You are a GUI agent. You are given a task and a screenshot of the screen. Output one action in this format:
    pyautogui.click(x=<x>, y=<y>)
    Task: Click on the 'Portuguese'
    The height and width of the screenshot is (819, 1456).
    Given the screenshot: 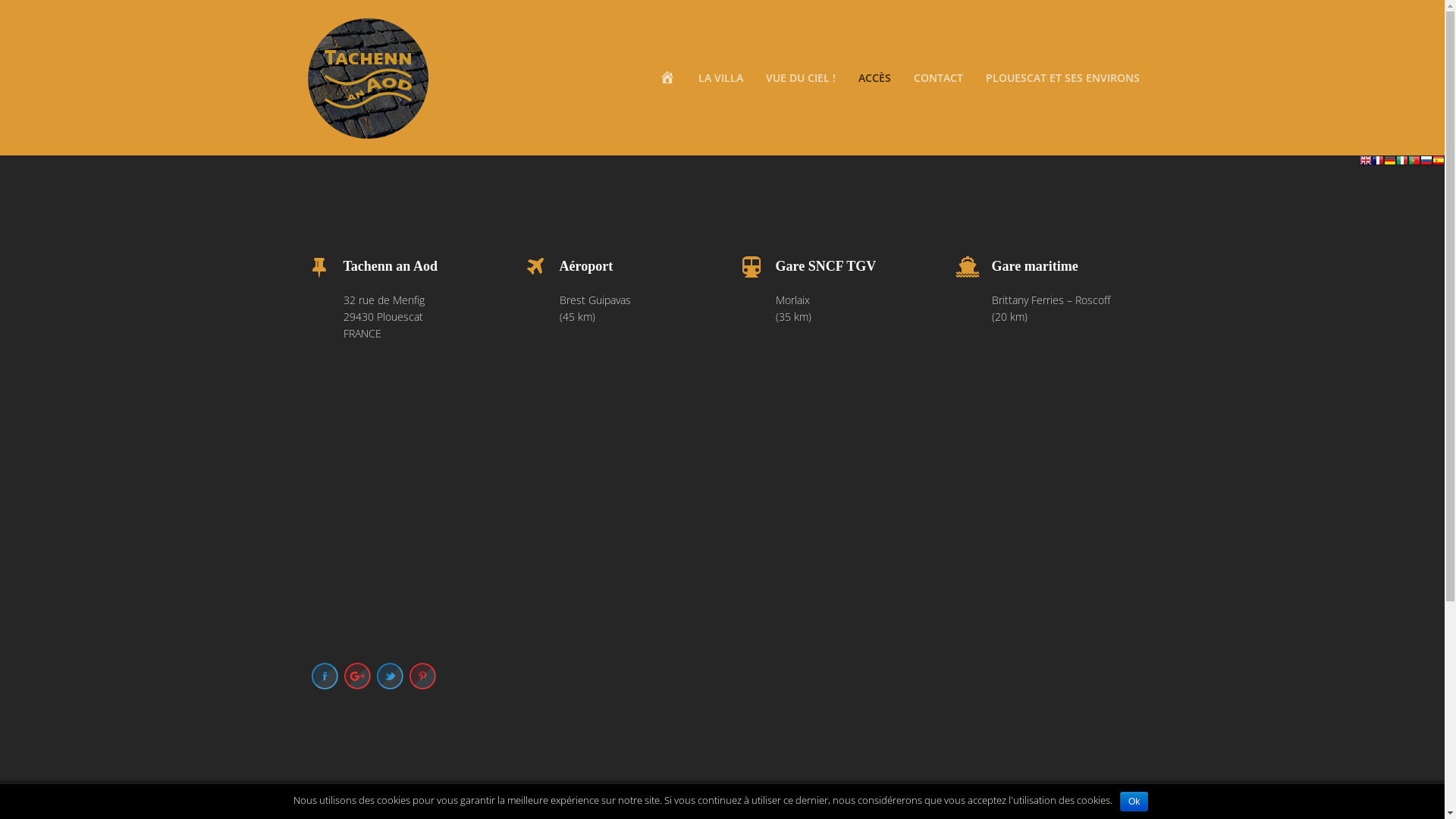 What is the action you would take?
    pyautogui.click(x=1414, y=164)
    